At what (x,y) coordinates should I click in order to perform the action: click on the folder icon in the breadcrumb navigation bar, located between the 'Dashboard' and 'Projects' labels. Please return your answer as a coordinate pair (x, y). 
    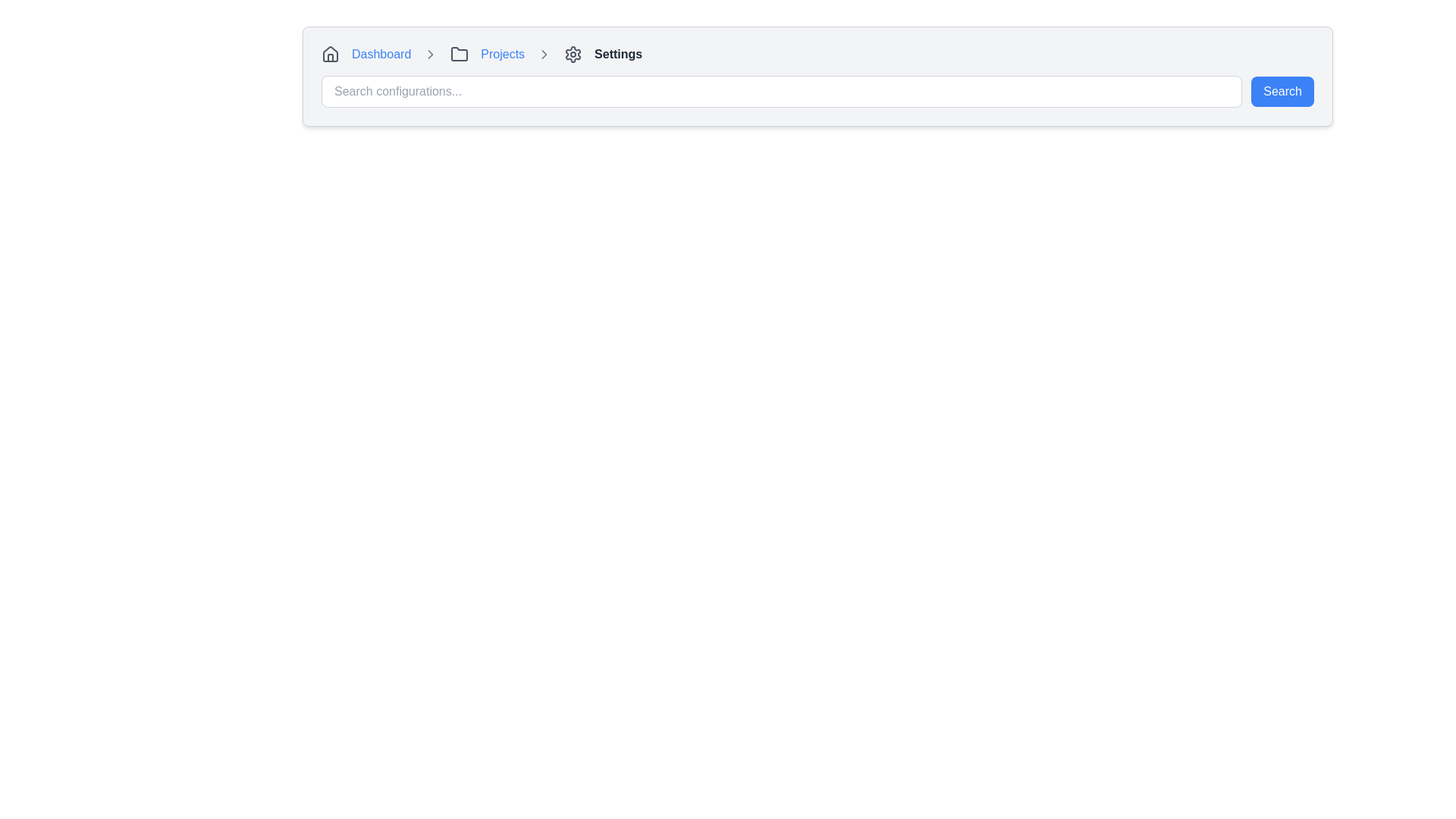
    Looking at the image, I should click on (459, 53).